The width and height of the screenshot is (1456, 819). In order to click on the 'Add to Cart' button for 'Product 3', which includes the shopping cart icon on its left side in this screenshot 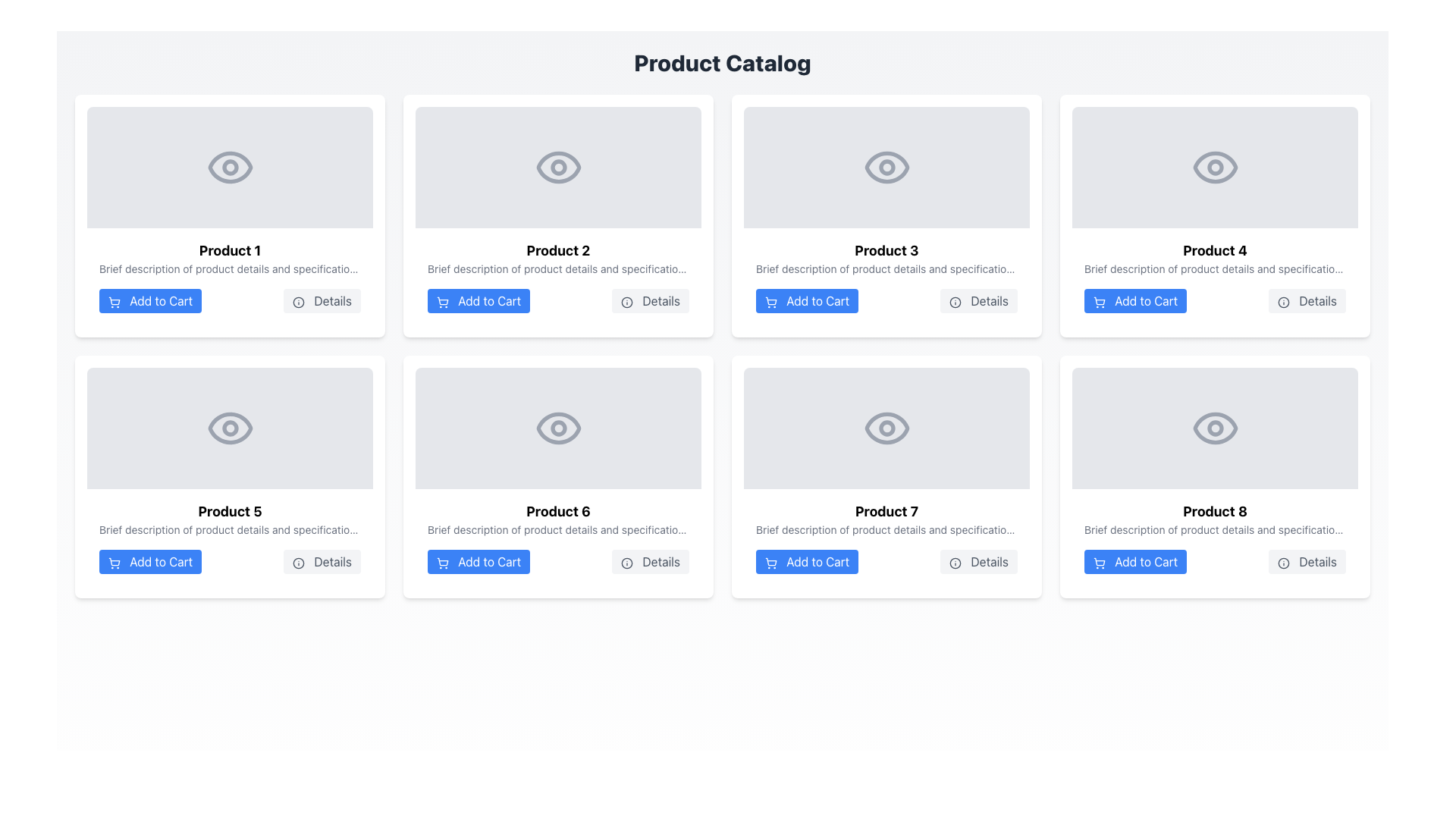, I will do `click(771, 301)`.